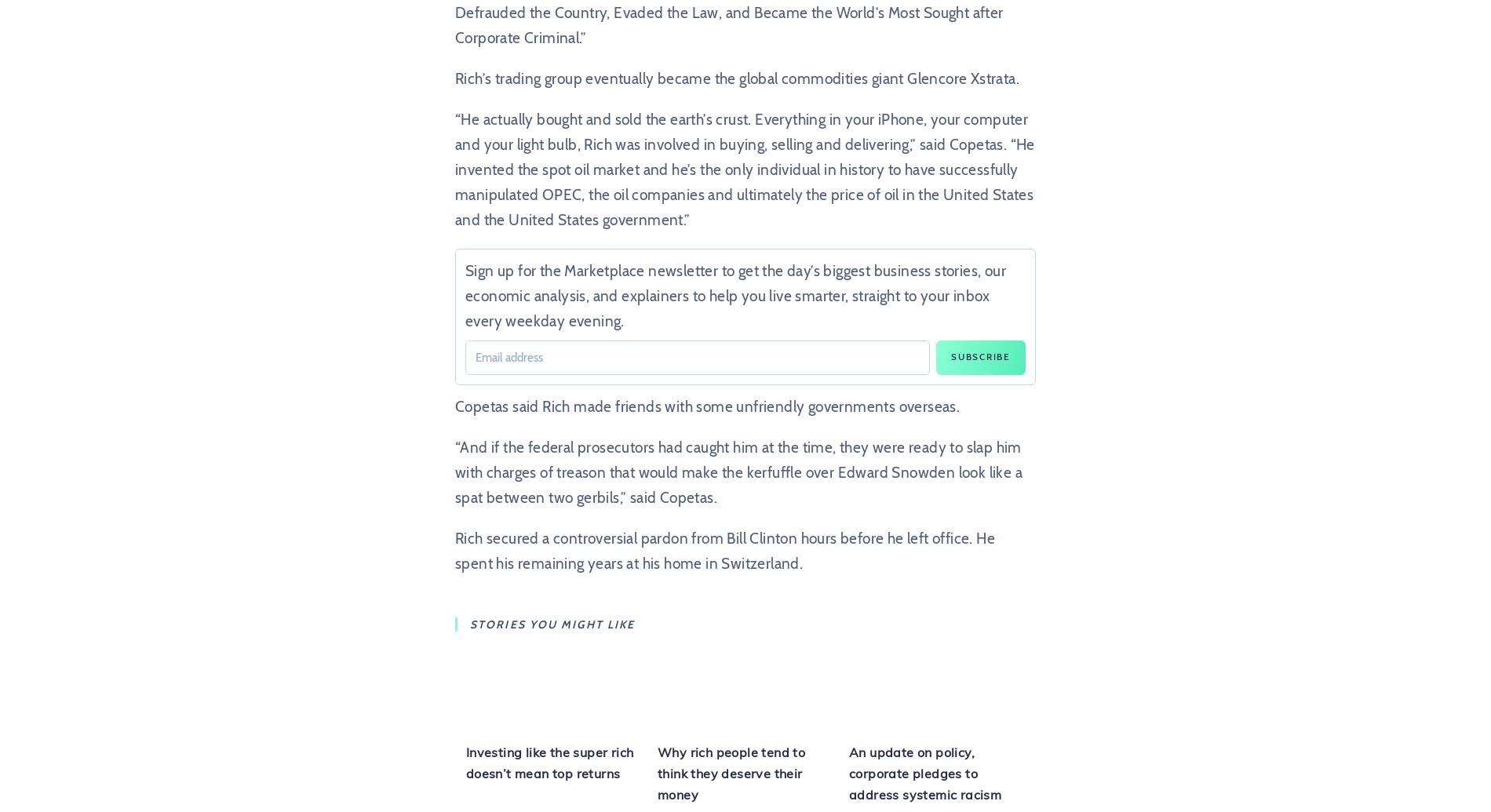  What do you see at coordinates (724, 550) in the screenshot?
I see `'Rich secured a controversial pardon from Bill Clinton hours before he left office. He spent his remaining years at his home in Switzerland.'` at bounding box center [724, 550].